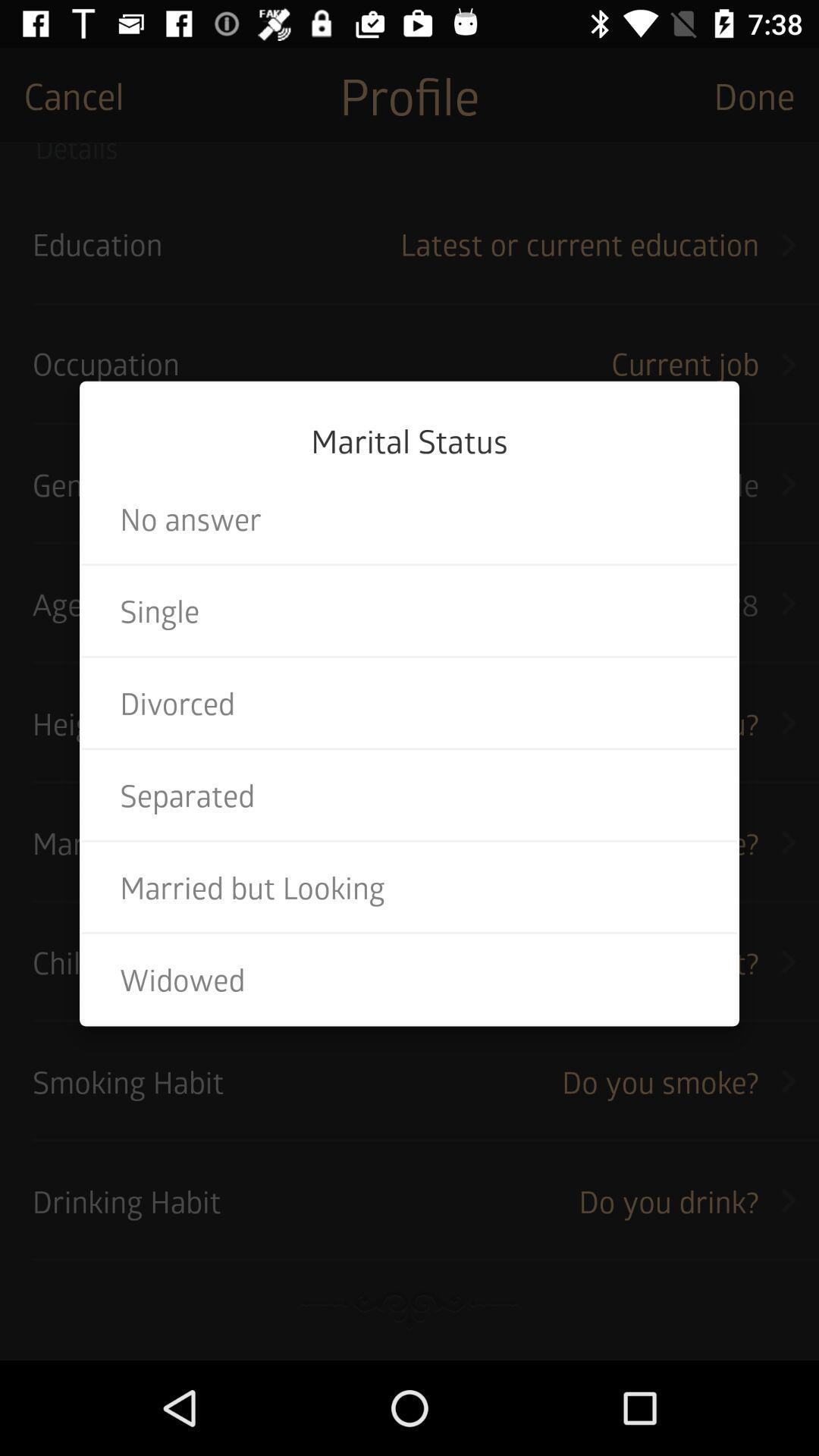  I want to click on widowed at the bottom, so click(409, 979).